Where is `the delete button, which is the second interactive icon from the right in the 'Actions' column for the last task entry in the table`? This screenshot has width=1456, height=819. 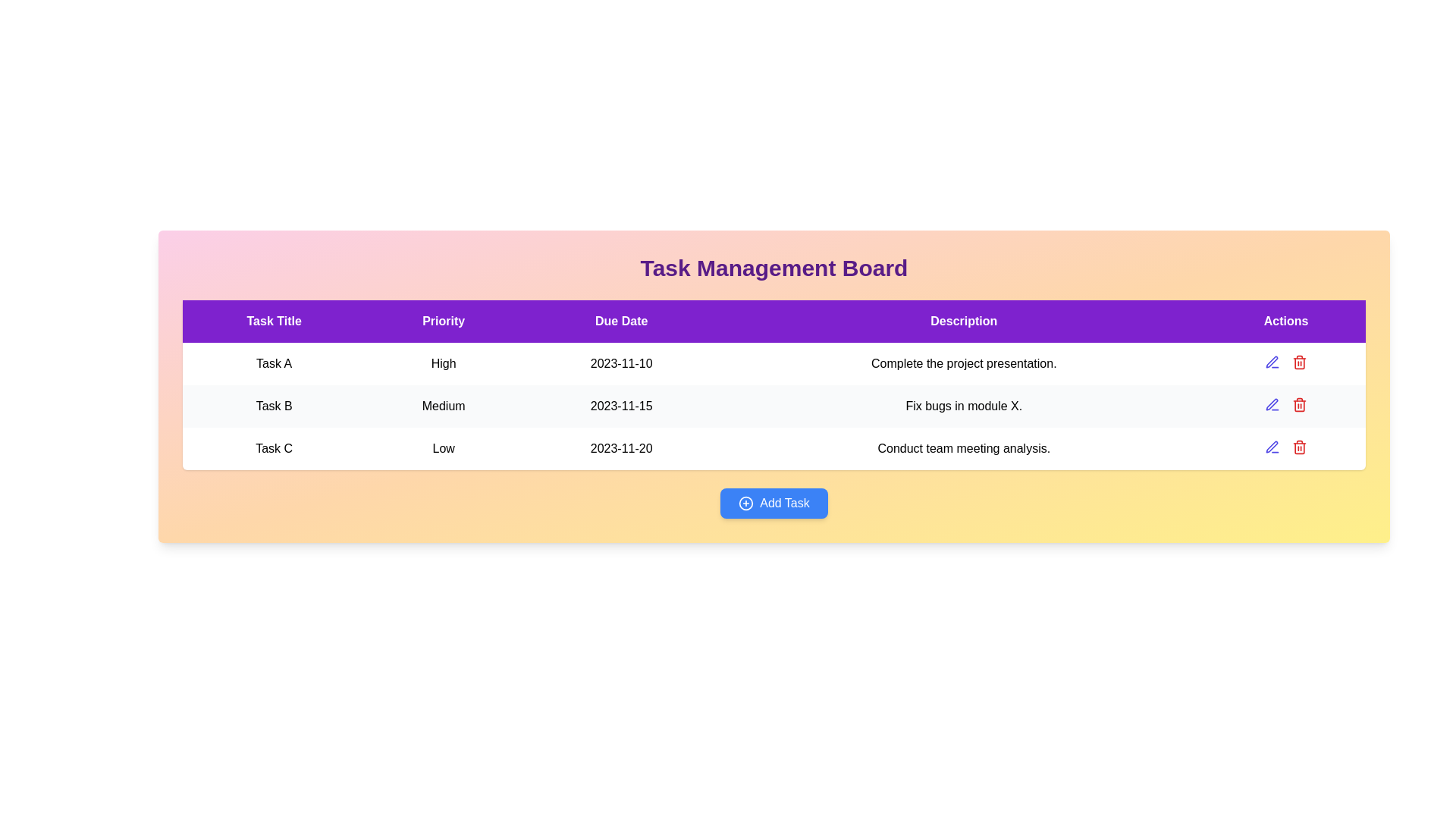 the delete button, which is the second interactive icon from the right in the 'Actions' column for the last task entry in the table is located at coordinates (1299, 447).